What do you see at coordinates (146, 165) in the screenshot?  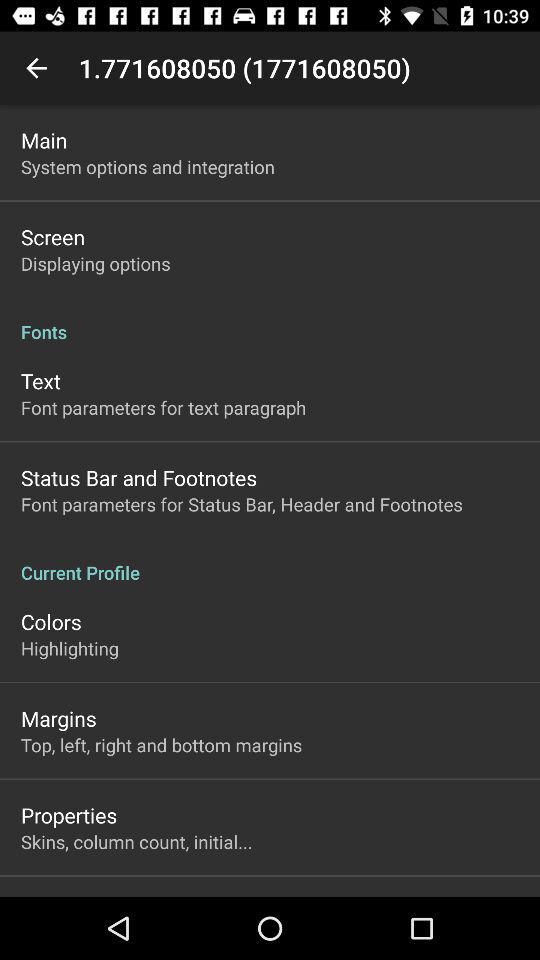 I see `icon above screen icon` at bounding box center [146, 165].